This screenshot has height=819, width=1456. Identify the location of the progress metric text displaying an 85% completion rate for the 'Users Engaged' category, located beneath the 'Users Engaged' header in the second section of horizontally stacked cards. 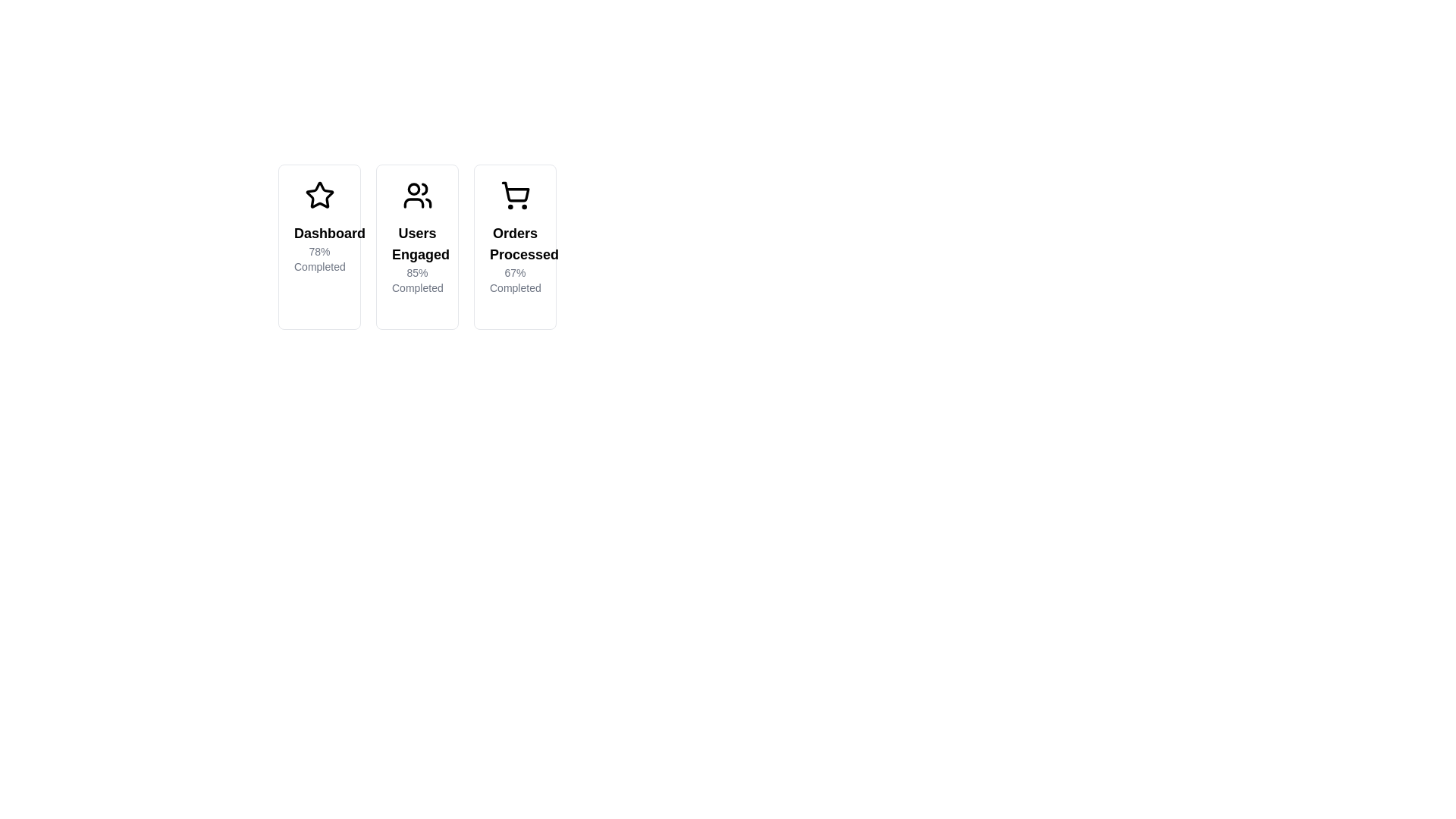
(417, 281).